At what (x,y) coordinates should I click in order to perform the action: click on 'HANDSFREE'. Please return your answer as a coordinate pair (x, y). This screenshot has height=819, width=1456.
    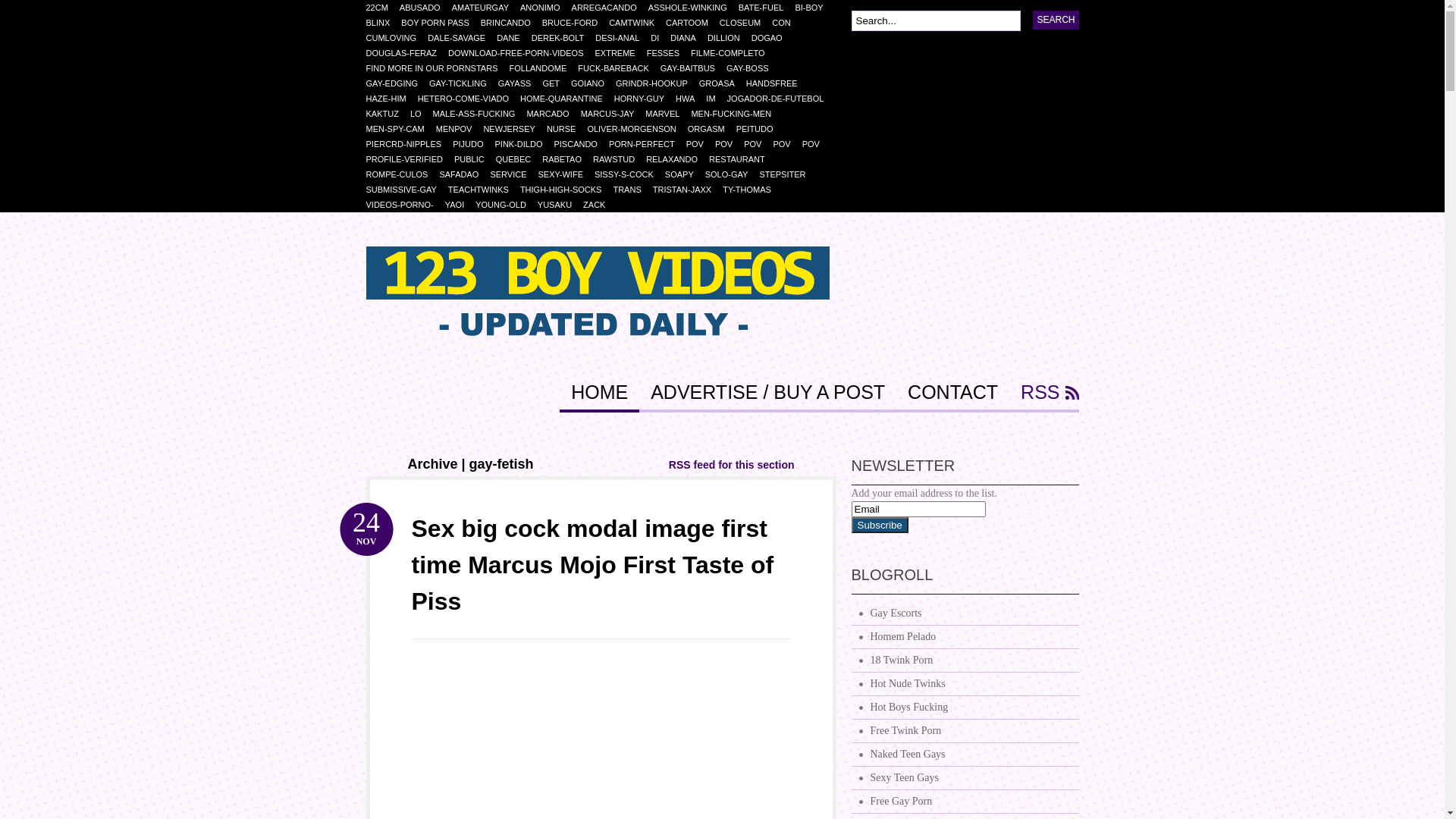
    Looking at the image, I should click on (777, 83).